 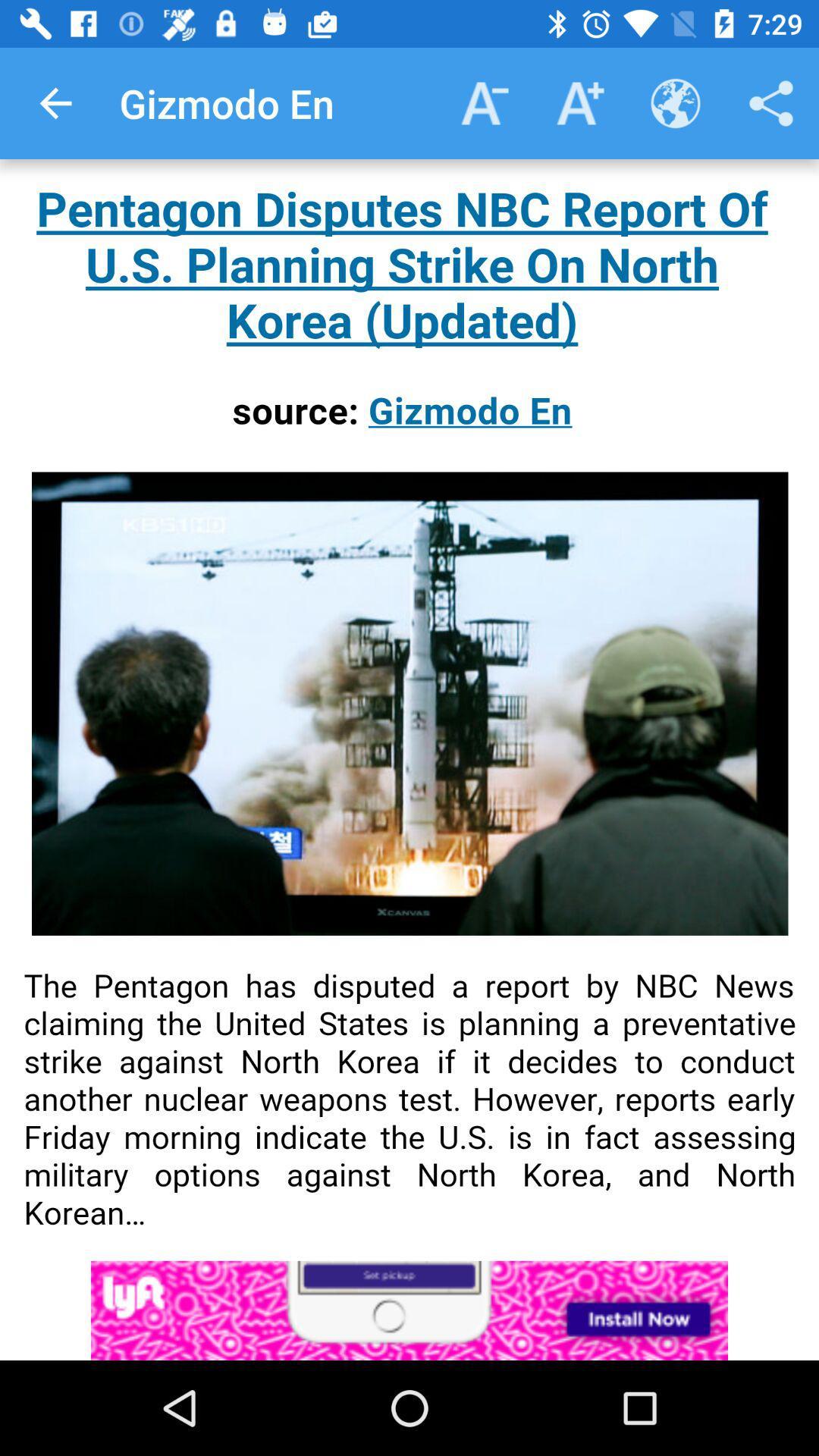 What do you see at coordinates (409, 1310) in the screenshot?
I see `open advertisement` at bounding box center [409, 1310].